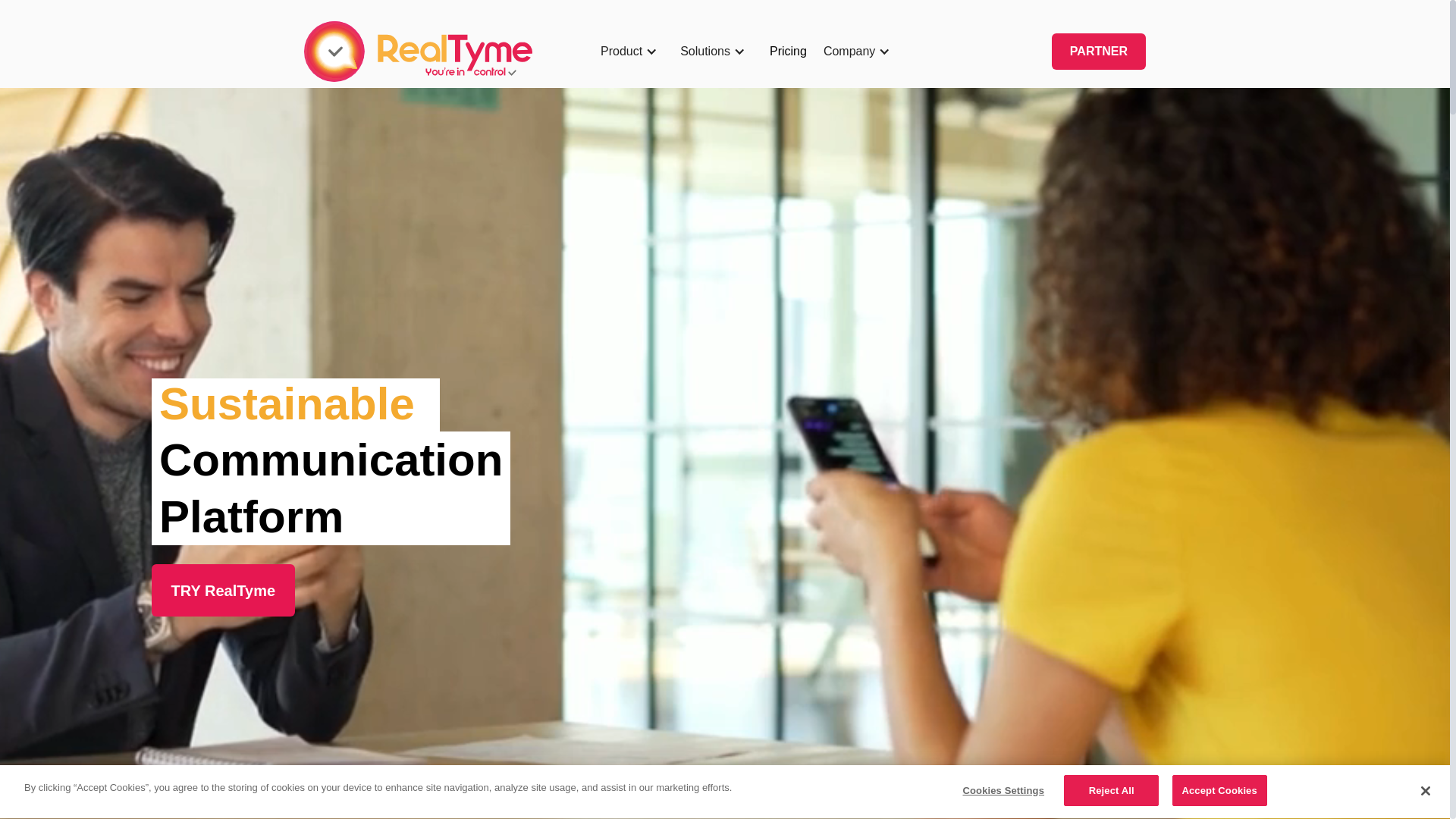  Describe the element at coordinates (222, 589) in the screenshot. I see `'TRY RealTyme'` at that location.